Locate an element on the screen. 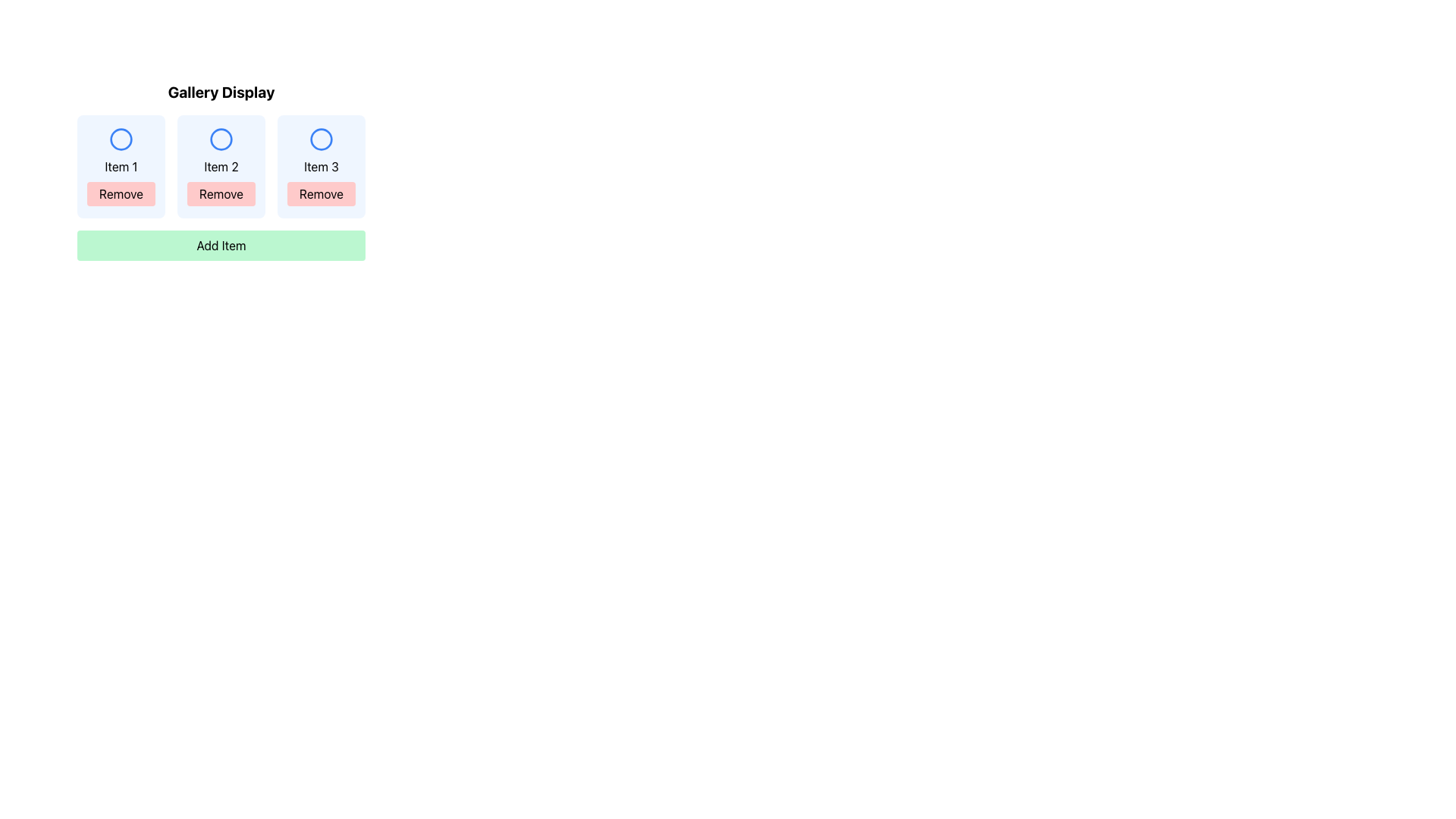 The image size is (1456, 819). the 'Remove' button with a light red background located below the 'Item 1' label to observe the background color change to a darker red shade is located at coordinates (120, 193).